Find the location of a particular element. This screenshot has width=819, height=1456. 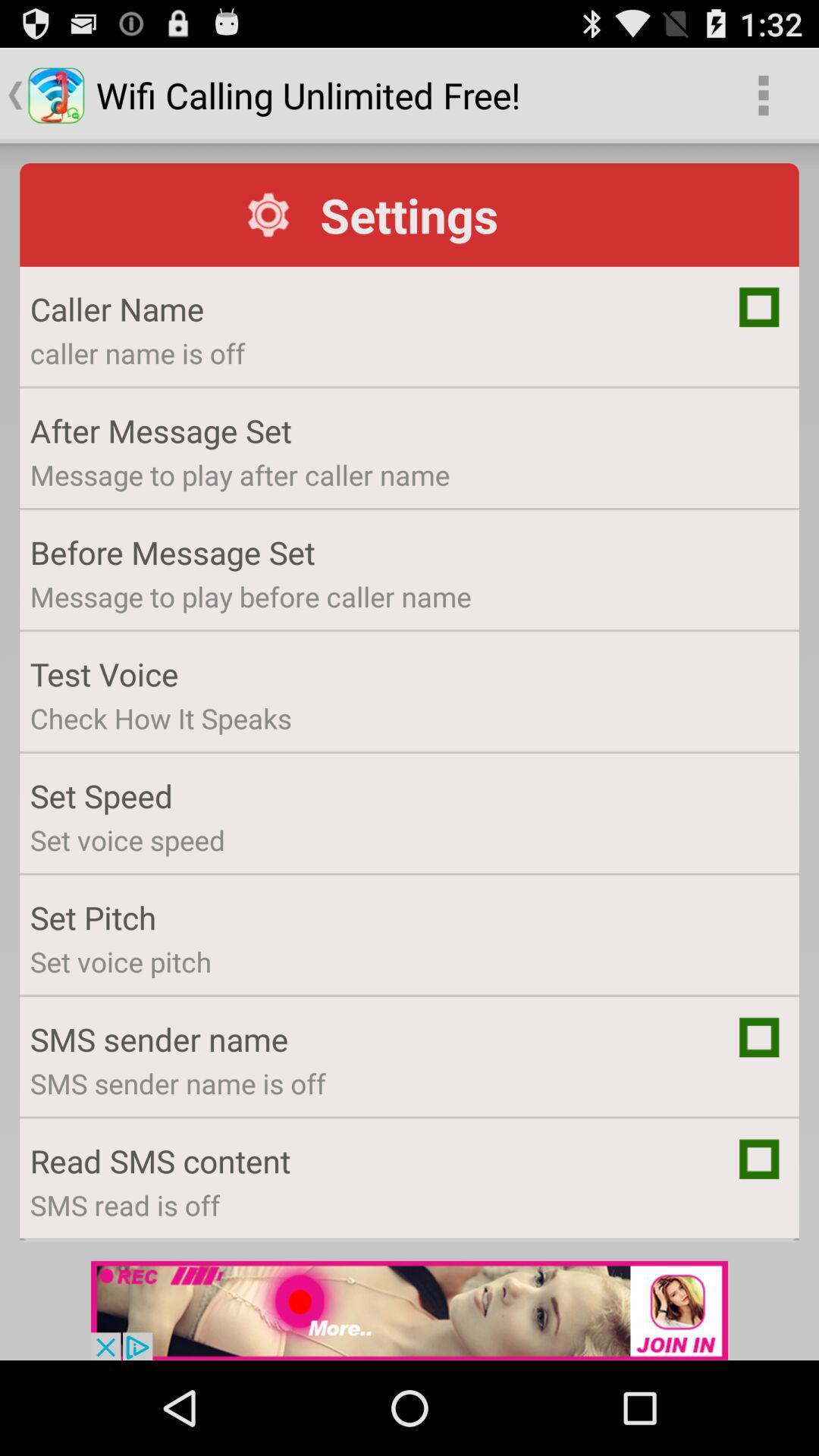

check box to read sms is located at coordinates (759, 1158).